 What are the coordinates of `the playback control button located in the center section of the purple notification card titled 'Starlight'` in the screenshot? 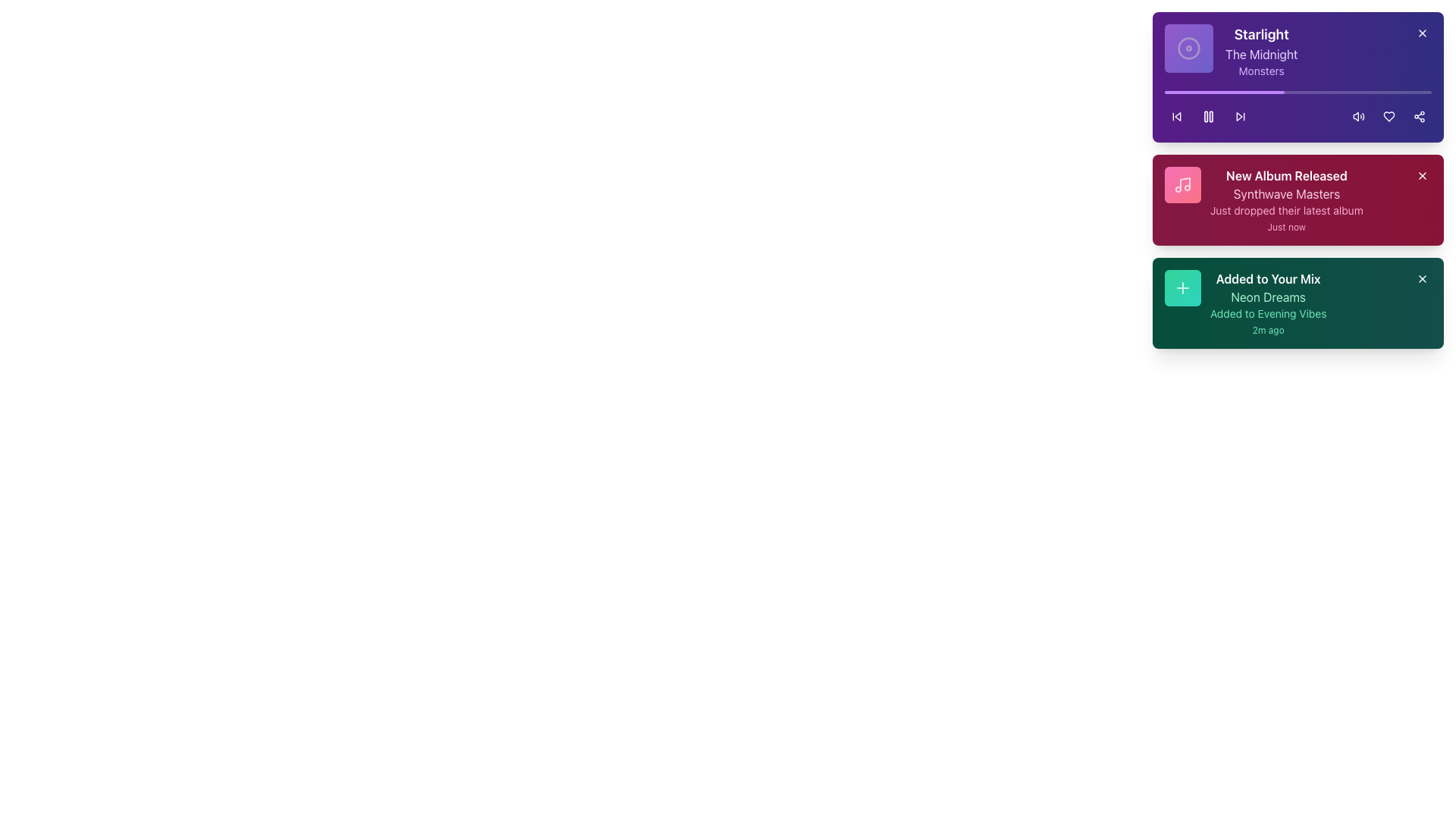 It's located at (1207, 116).